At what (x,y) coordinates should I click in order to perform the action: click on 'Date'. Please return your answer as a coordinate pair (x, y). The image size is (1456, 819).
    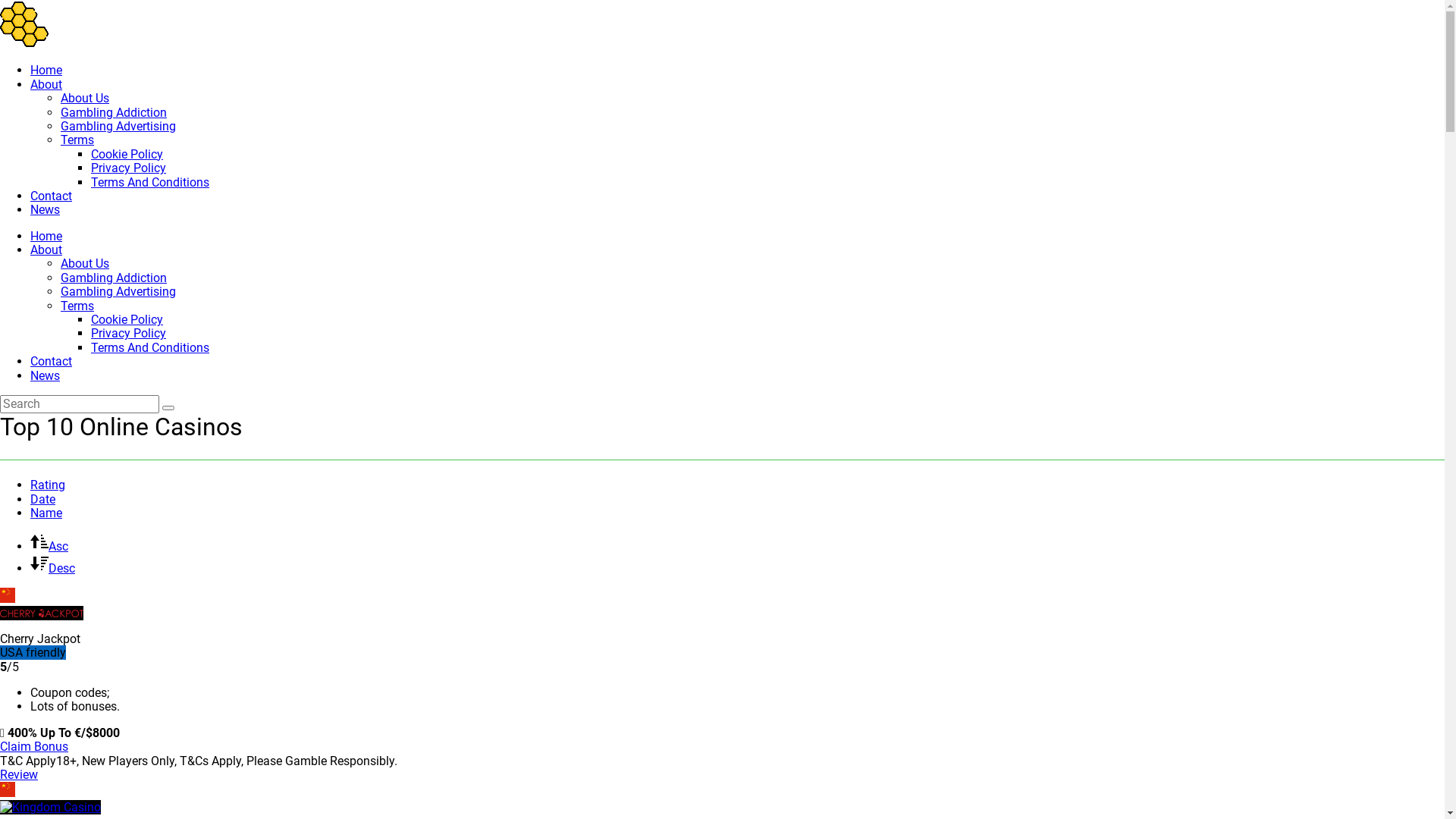
    Looking at the image, I should click on (42, 499).